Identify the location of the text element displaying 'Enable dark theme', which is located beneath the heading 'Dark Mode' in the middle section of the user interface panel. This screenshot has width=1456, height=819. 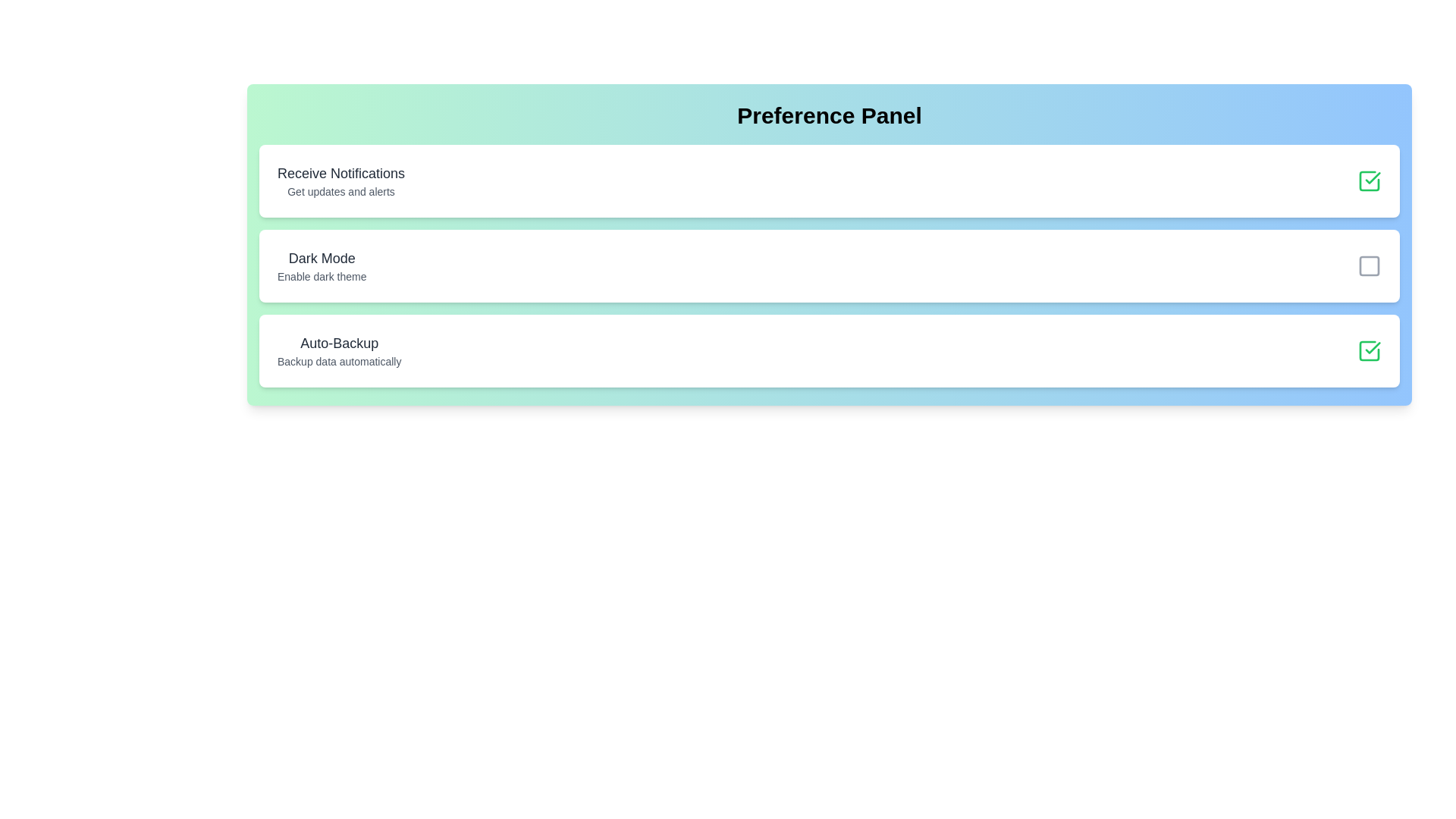
(321, 277).